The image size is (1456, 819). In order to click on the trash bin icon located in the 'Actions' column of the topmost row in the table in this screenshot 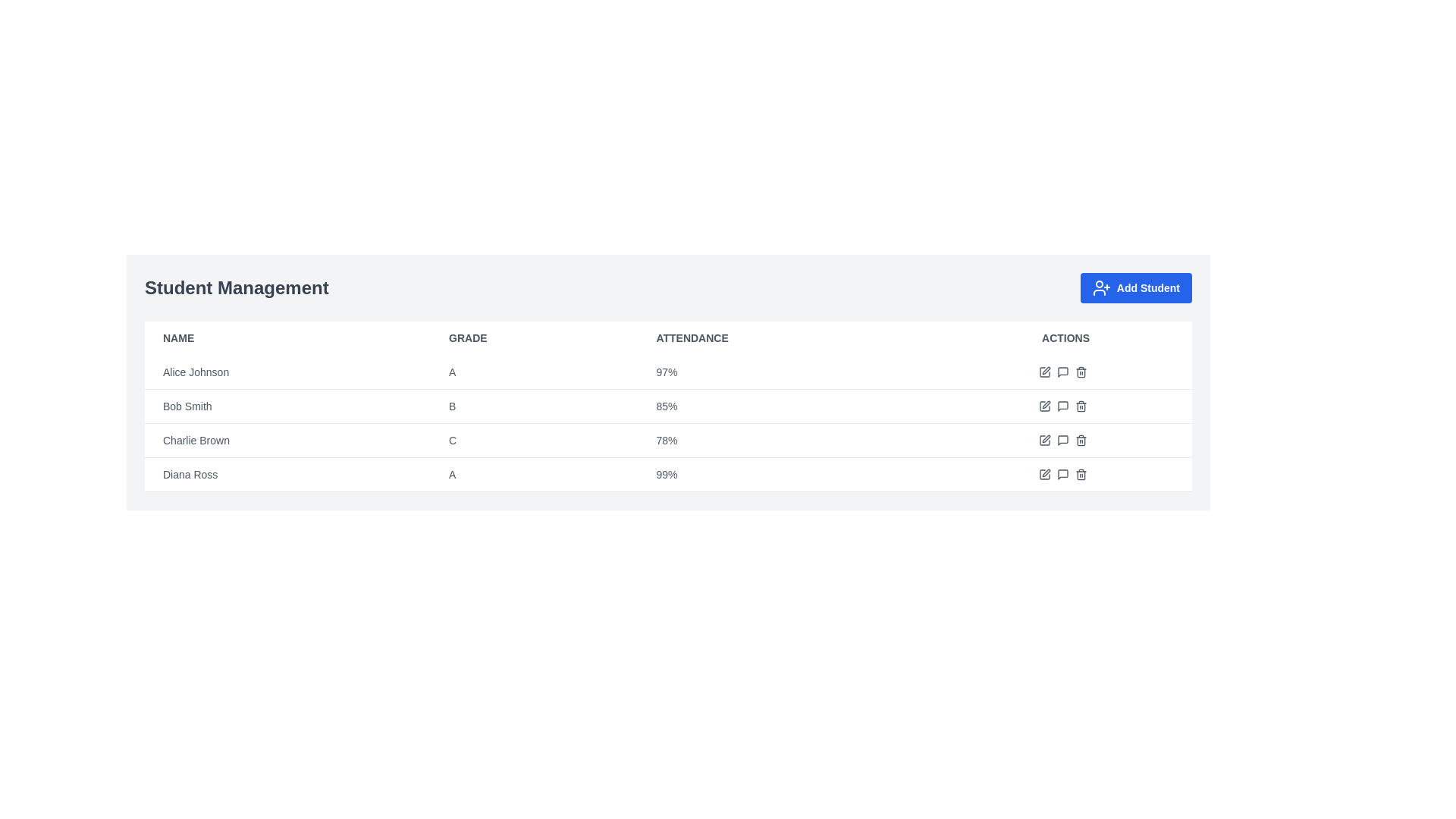, I will do `click(1080, 372)`.